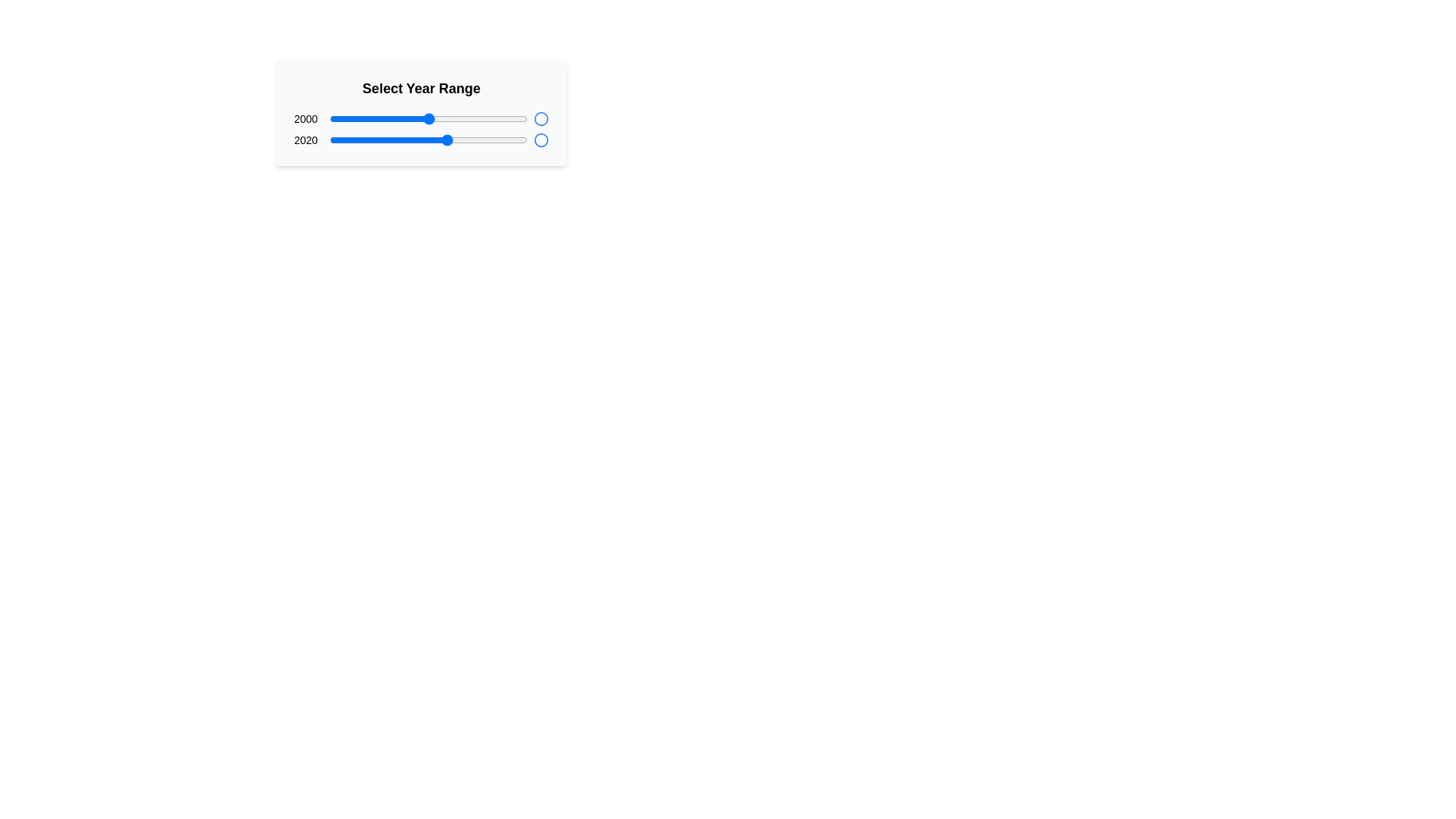  I want to click on the year value, so click(333, 140).